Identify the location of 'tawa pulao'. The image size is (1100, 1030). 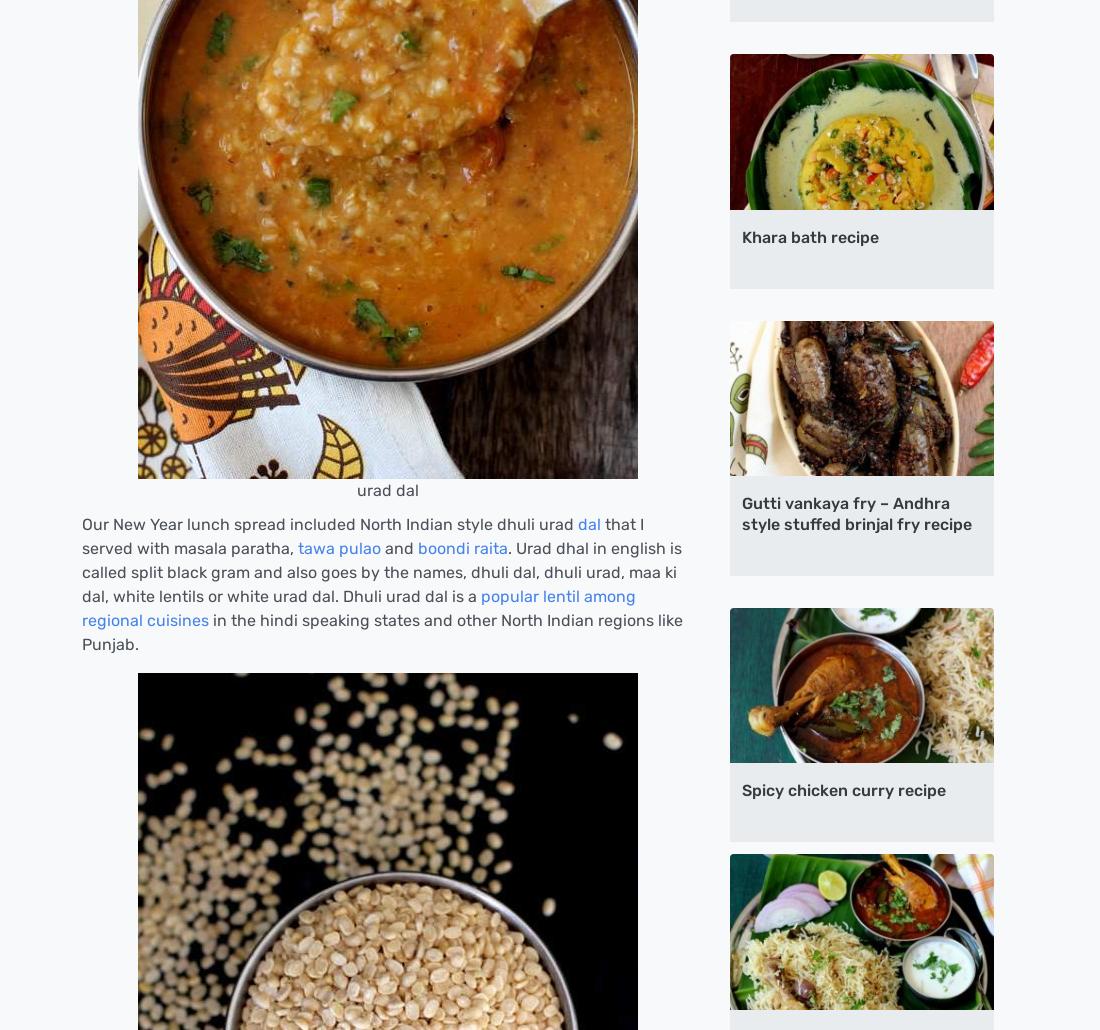
(338, 547).